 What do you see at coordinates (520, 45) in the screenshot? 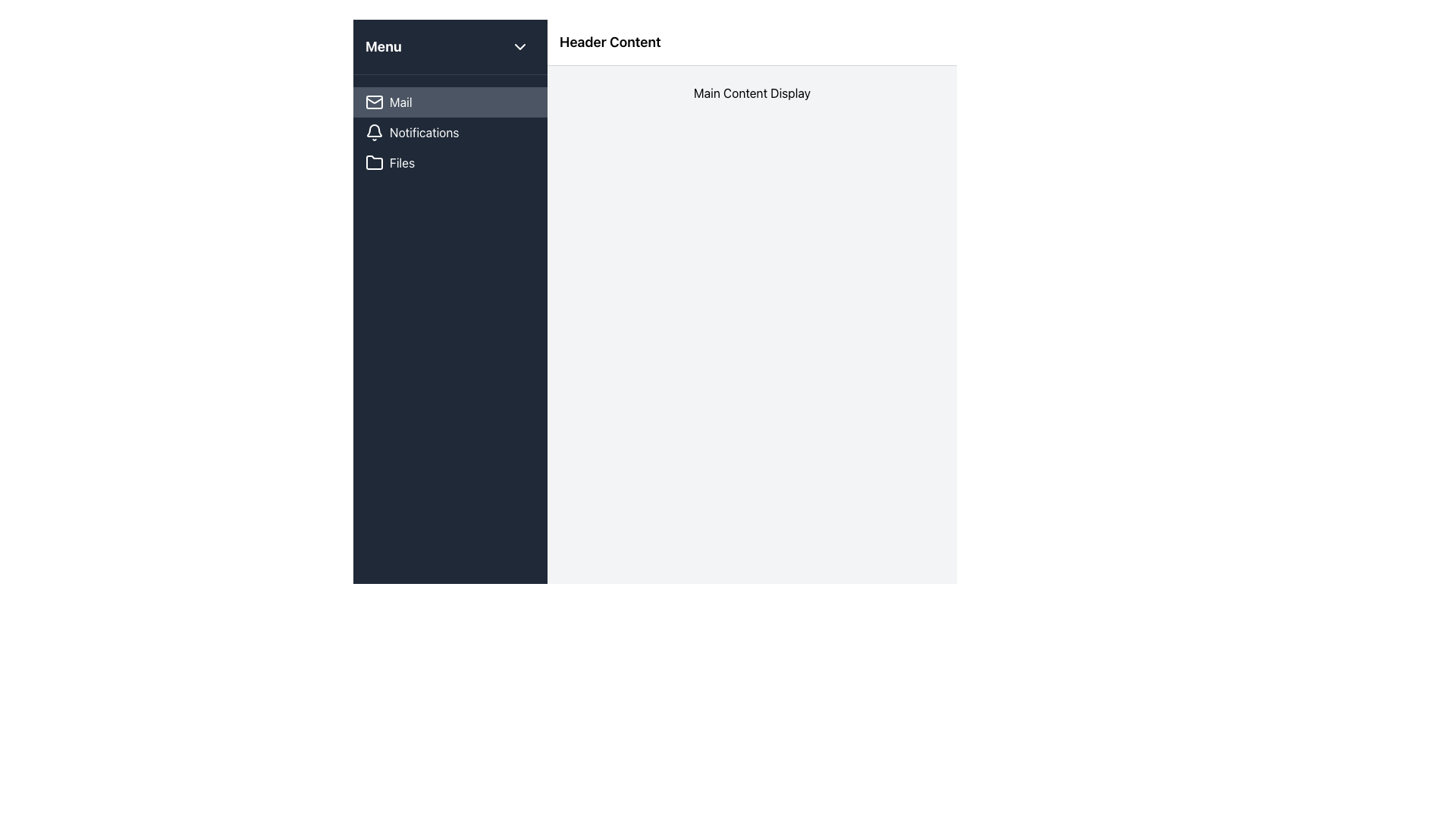
I see `the downward-facing chevron icon located at the top-right corner of the menu header adjacent to the text 'Menu'` at bounding box center [520, 45].